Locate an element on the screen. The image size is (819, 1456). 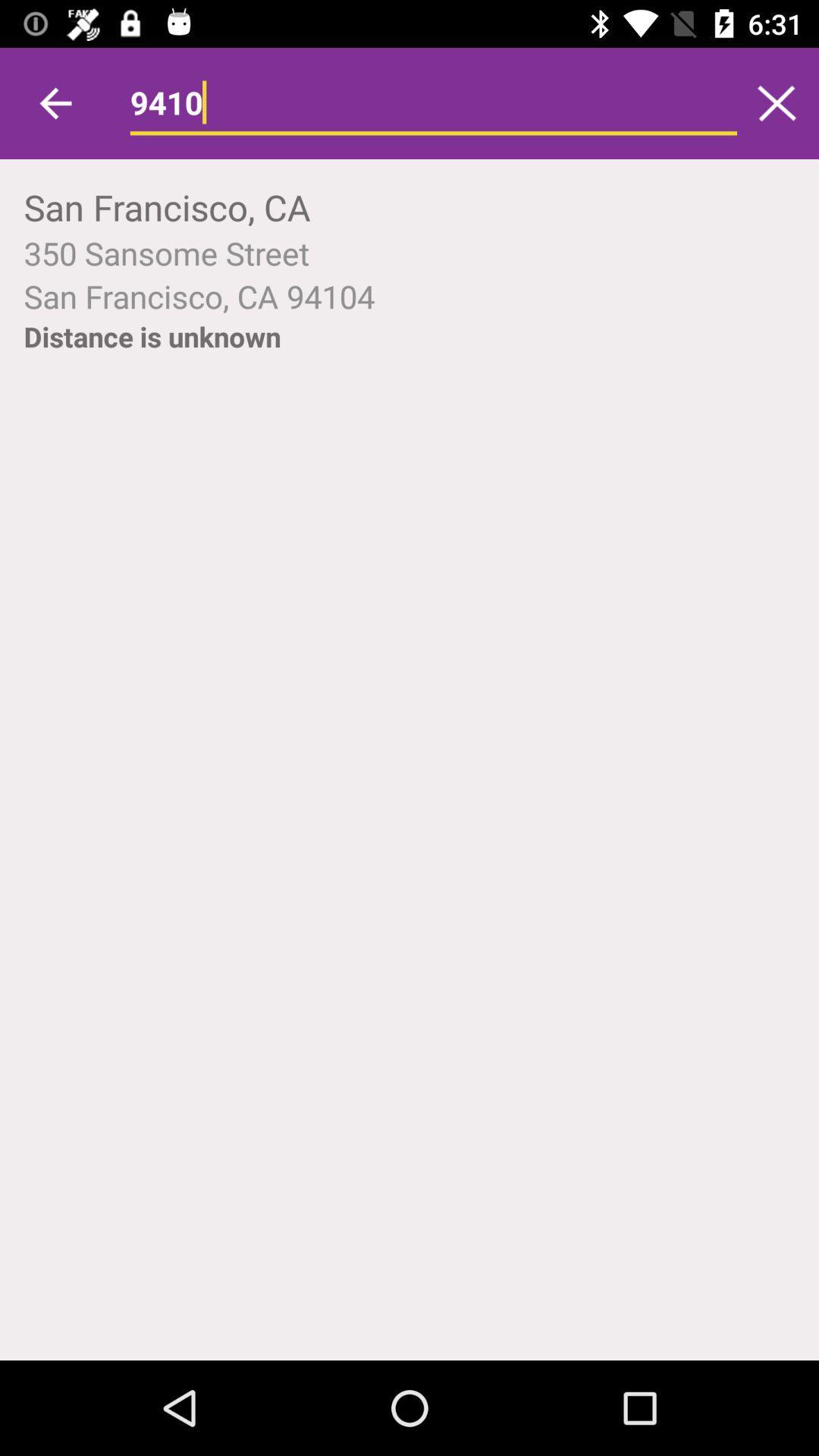
item above san francisco ca item is located at coordinates (409, 253).